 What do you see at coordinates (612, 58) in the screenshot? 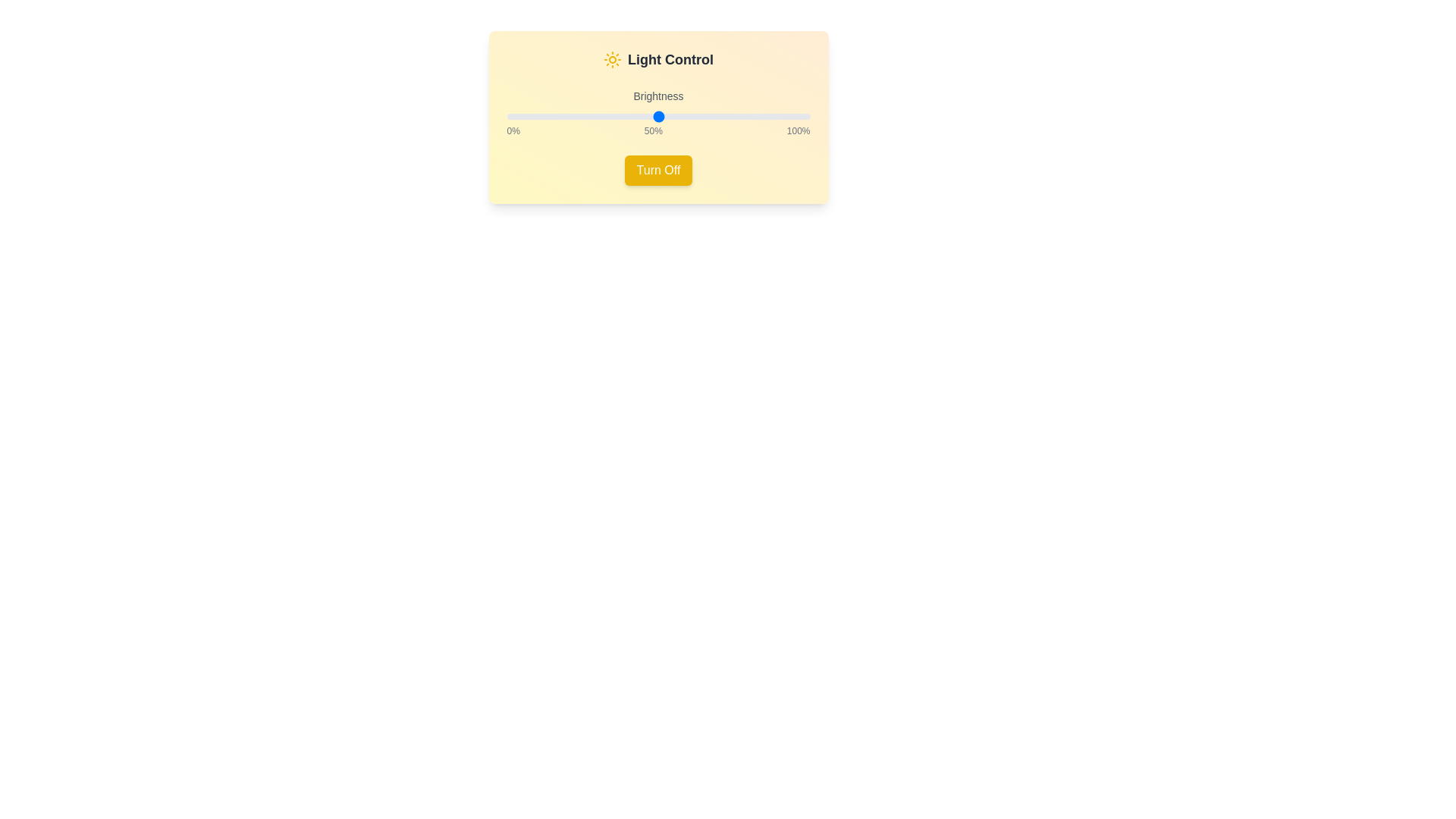
I see `the sun icon styled in yellow, which symbolizes brightness, located in the header area to the left of 'Light Control'` at bounding box center [612, 58].